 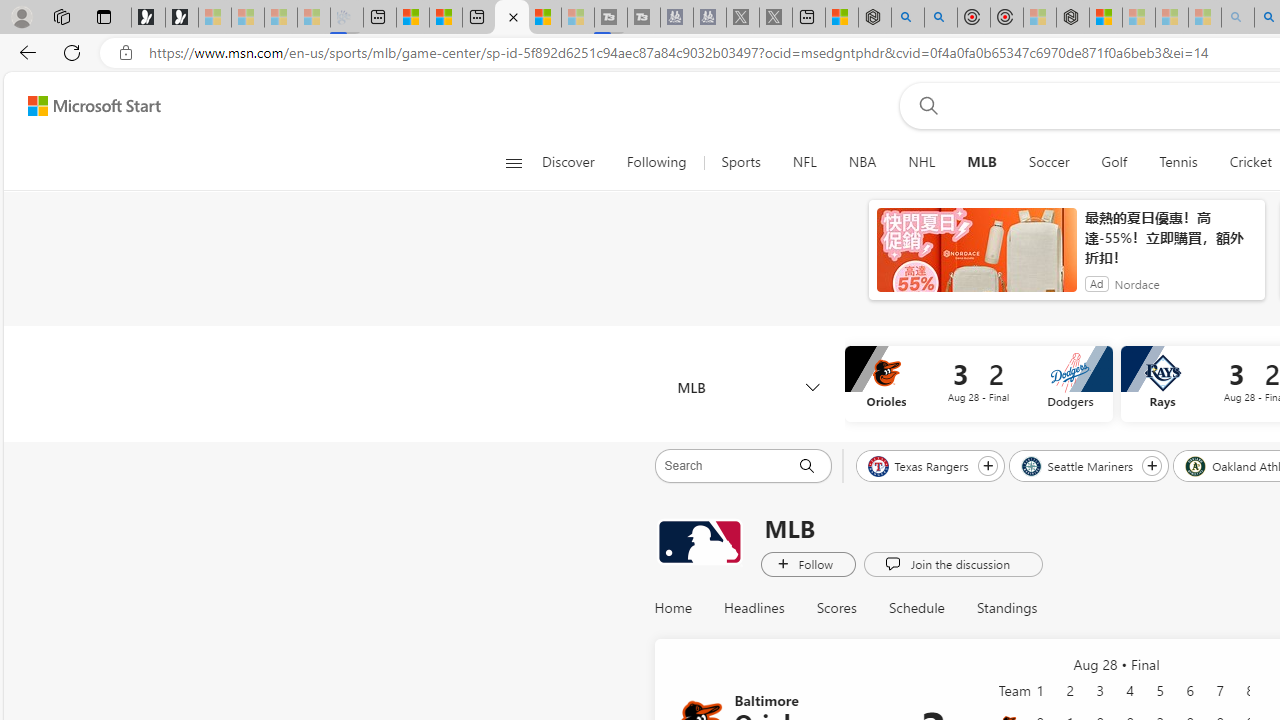 I want to click on 'Soccer', so click(x=1047, y=162).